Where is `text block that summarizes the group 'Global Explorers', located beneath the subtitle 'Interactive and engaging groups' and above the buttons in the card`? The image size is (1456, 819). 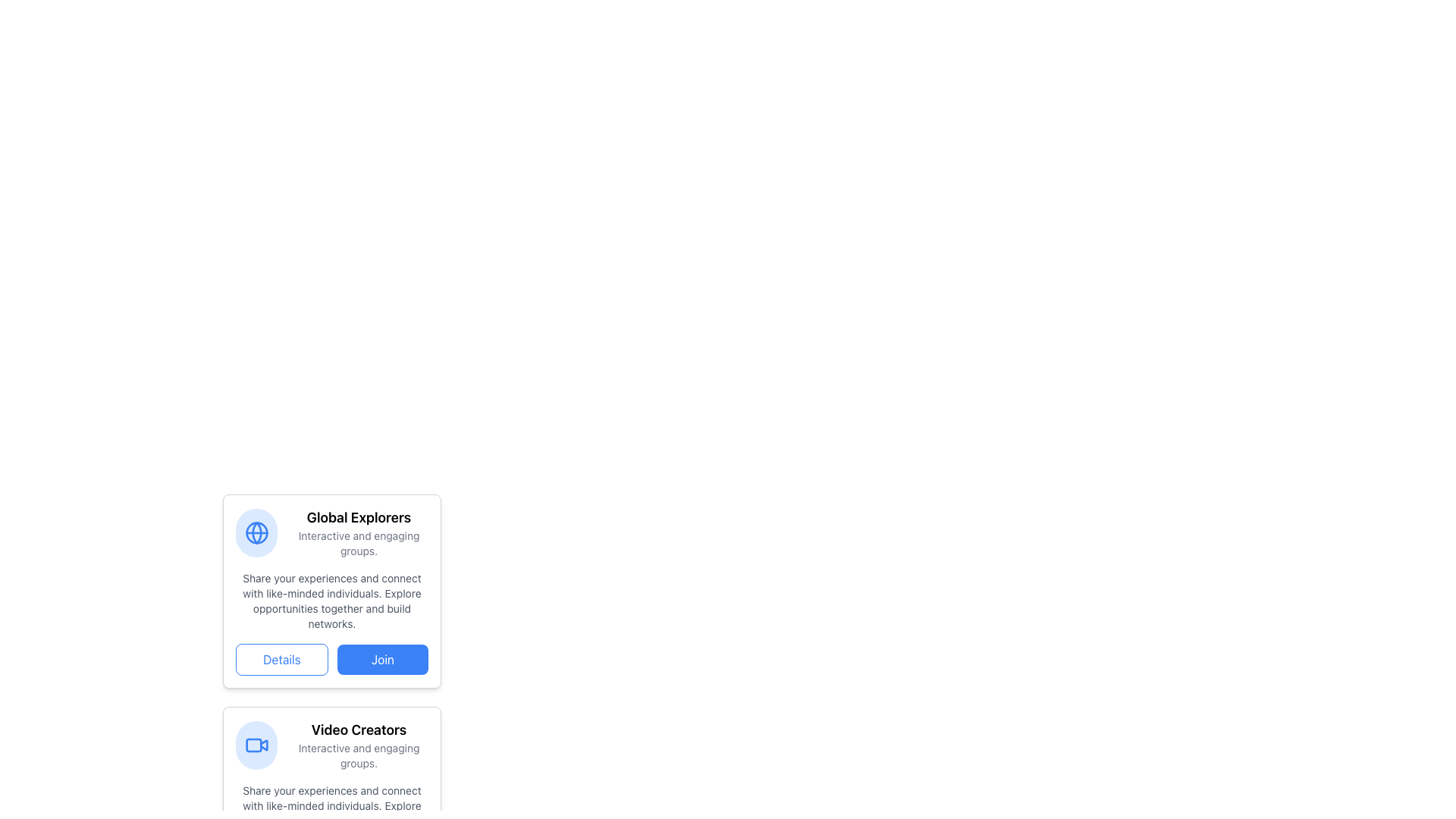
text block that summarizes the group 'Global Explorers', located beneath the subtitle 'Interactive and engaging groups' and above the buttons in the card is located at coordinates (331, 601).